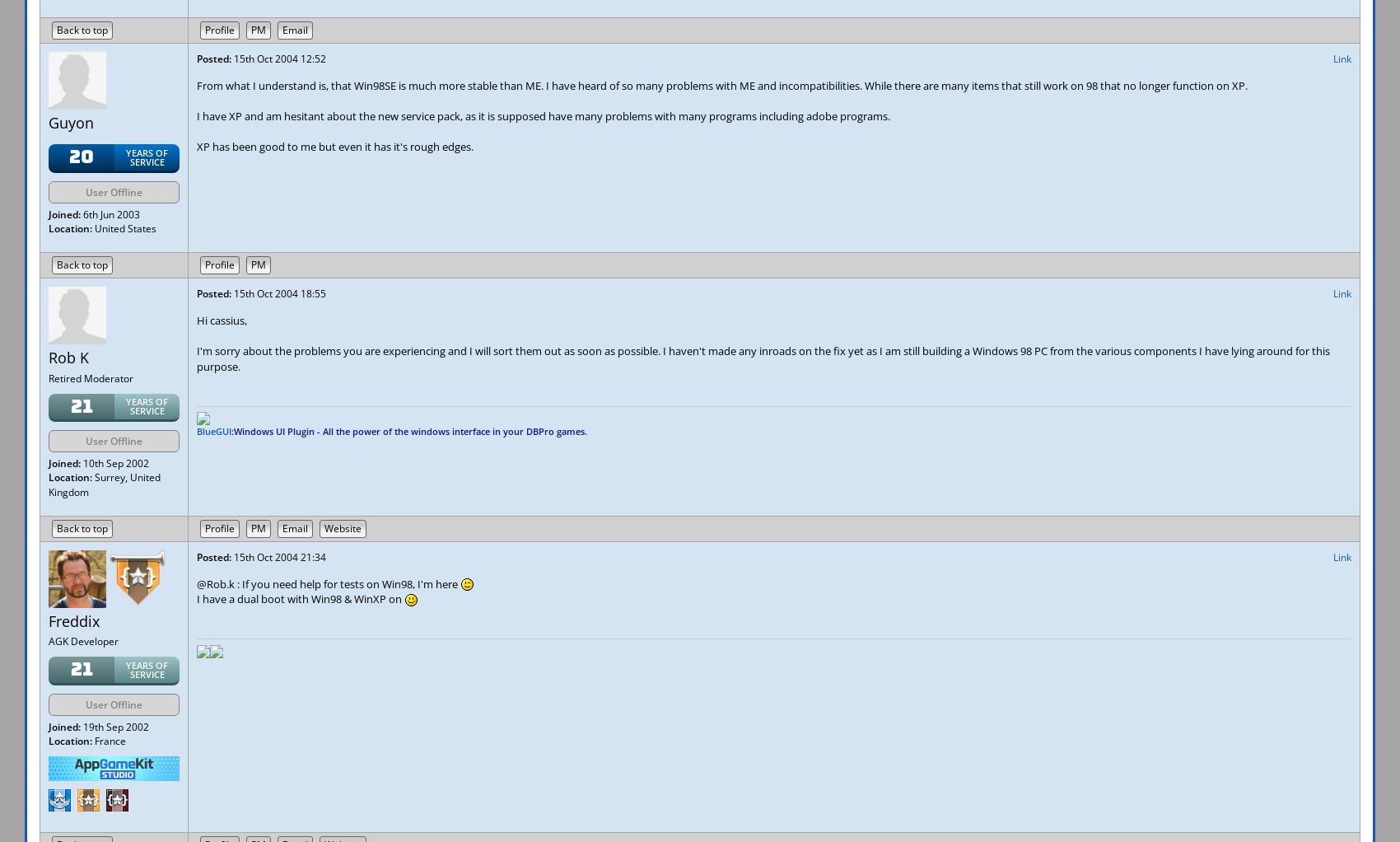  I want to click on ':Windows UI Plugin - All the power of the windows interface in your DBPro games.', so click(409, 430).